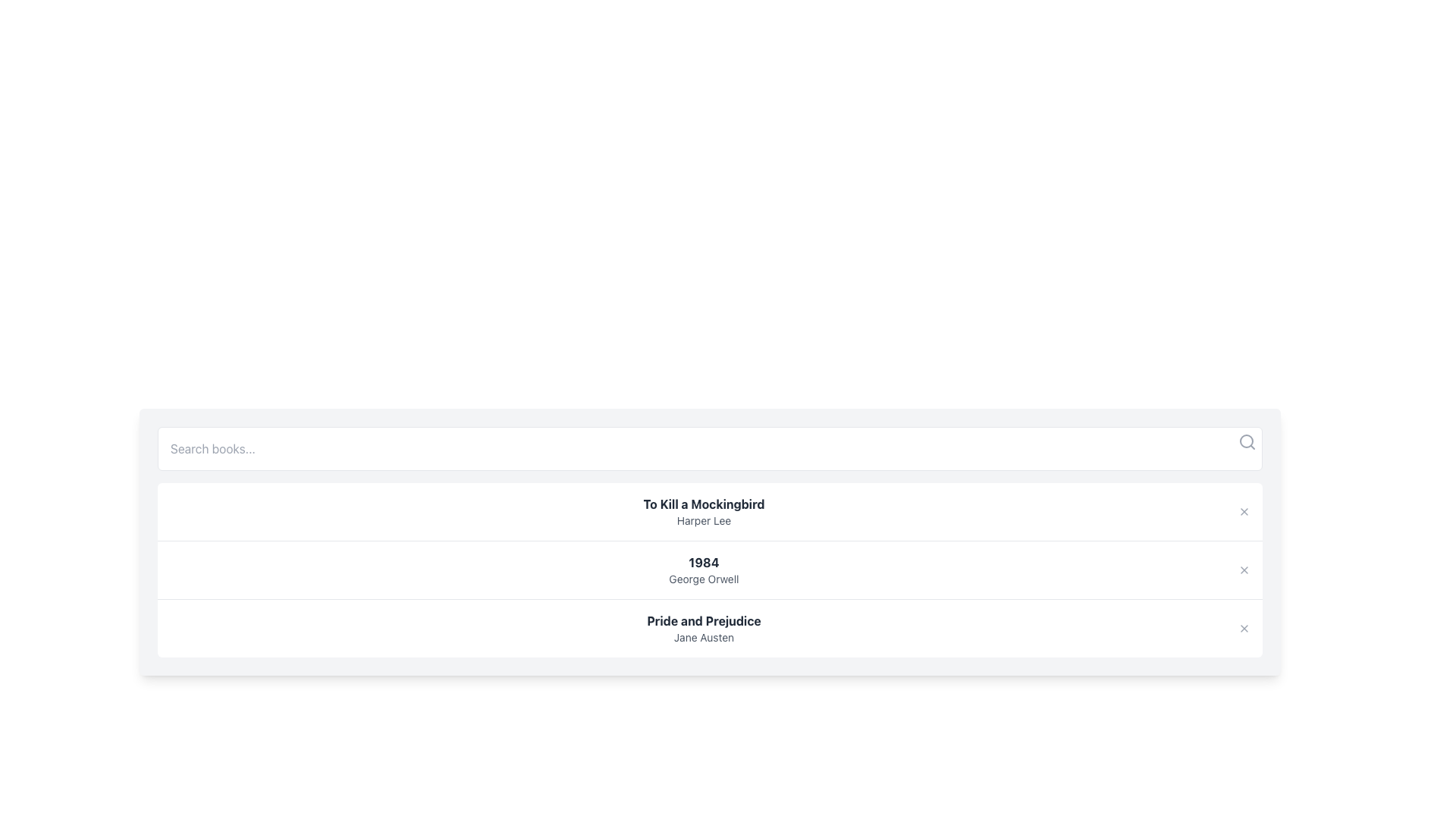 The height and width of the screenshot is (819, 1456). I want to click on the third list item representing the book 'Pride and Prejudice' by Jane Austen, so click(709, 628).